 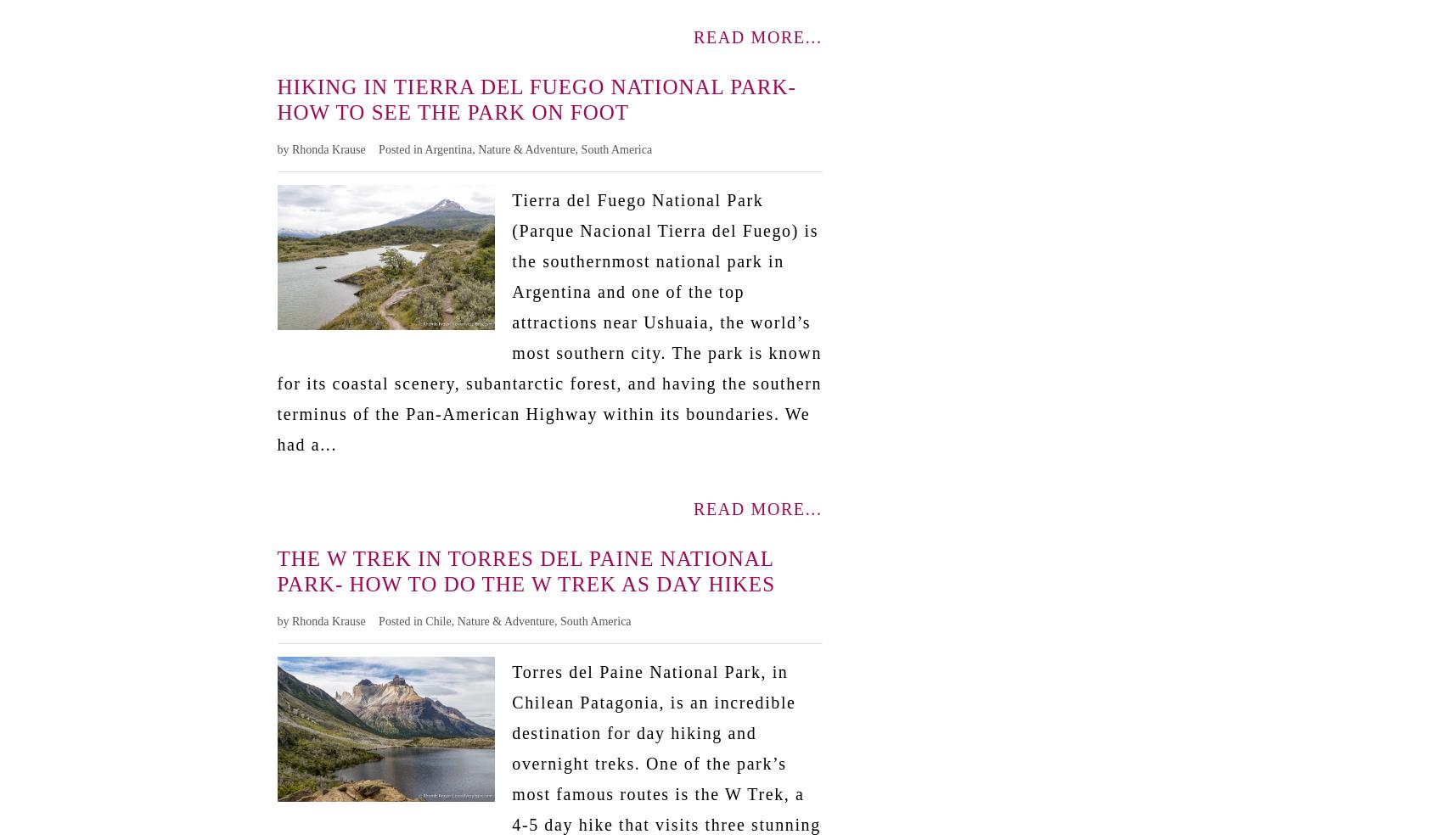 I want to click on 'The W Trek in Torres del Paine National Park- How to Do the W Trek as Day Hikes', so click(x=525, y=570).